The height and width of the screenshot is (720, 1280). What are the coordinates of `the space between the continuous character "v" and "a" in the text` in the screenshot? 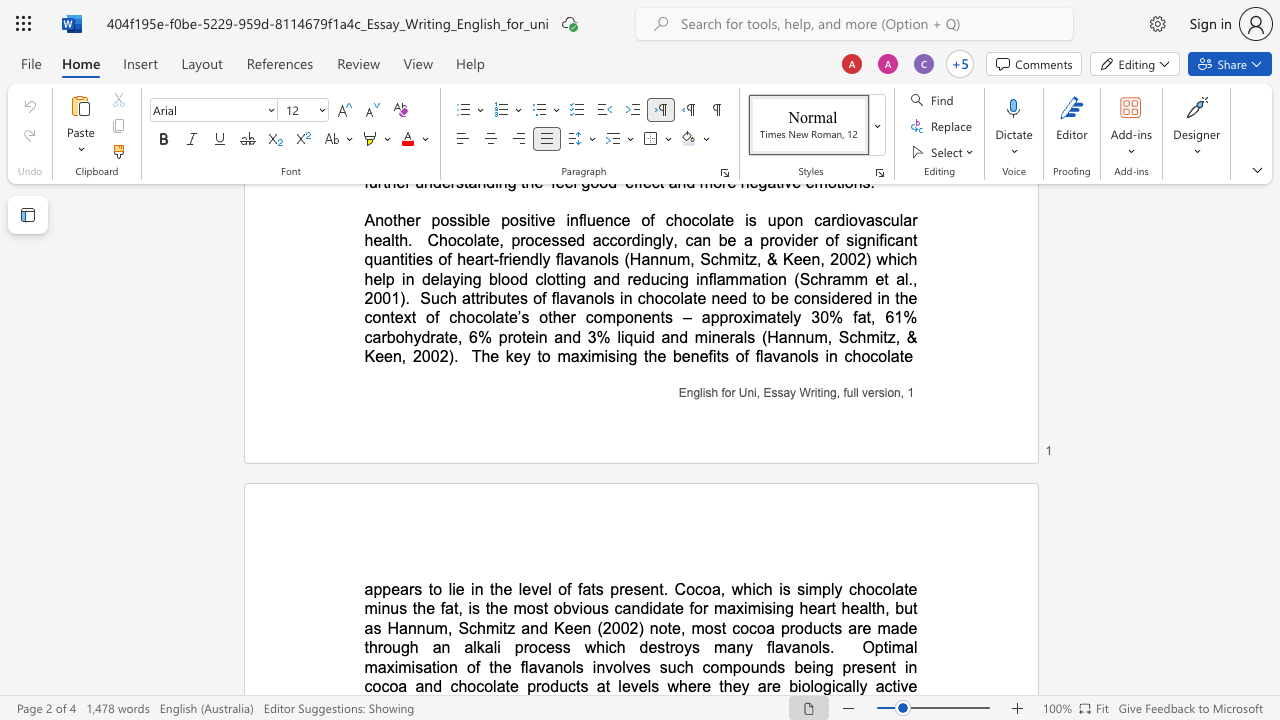 It's located at (545, 667).